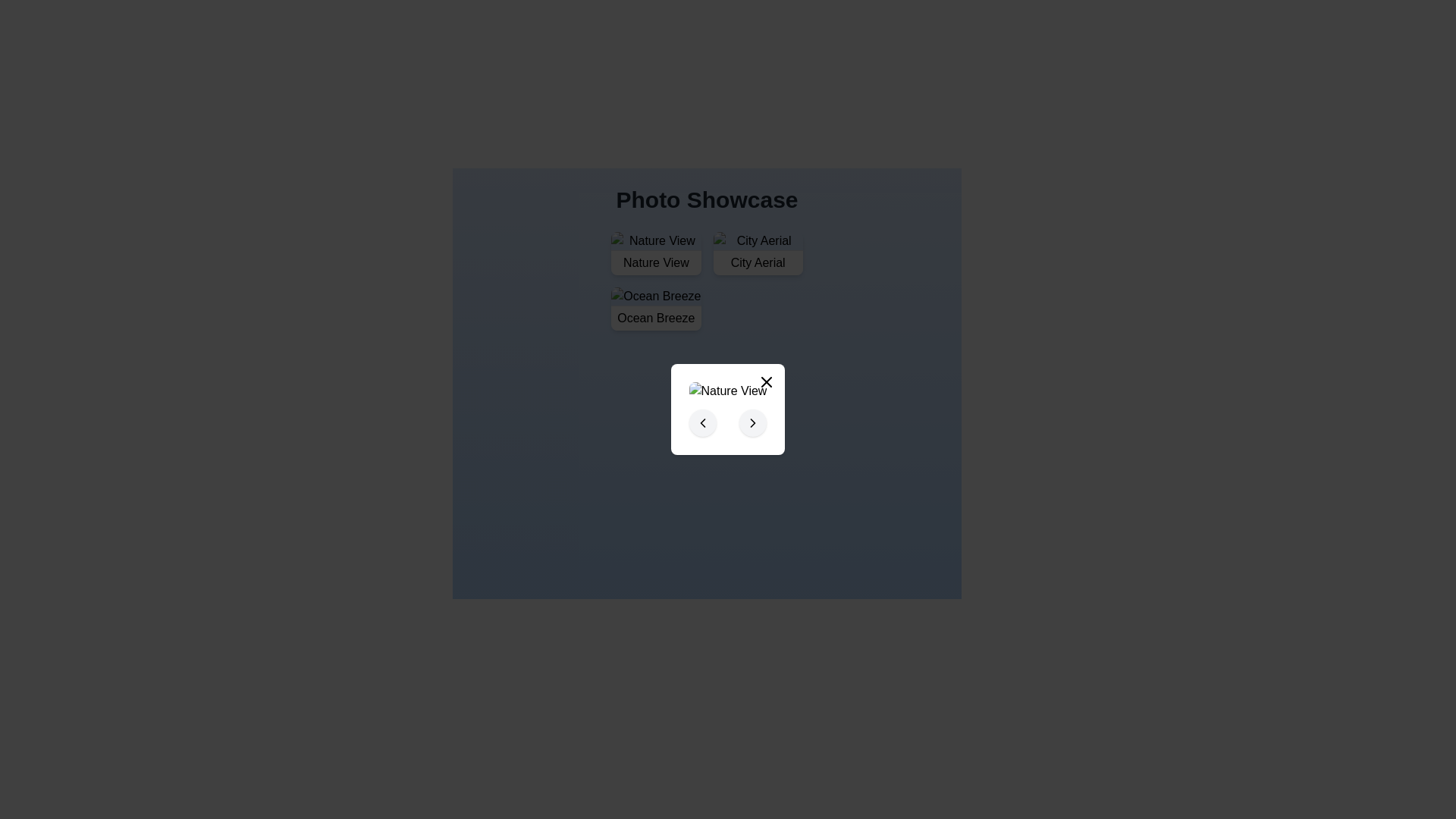 This screenshot has height=819, width=1456. I want to click on the navigation button located on the right side of the modal structure to move to the next item in the sequence, so click(753, 423).